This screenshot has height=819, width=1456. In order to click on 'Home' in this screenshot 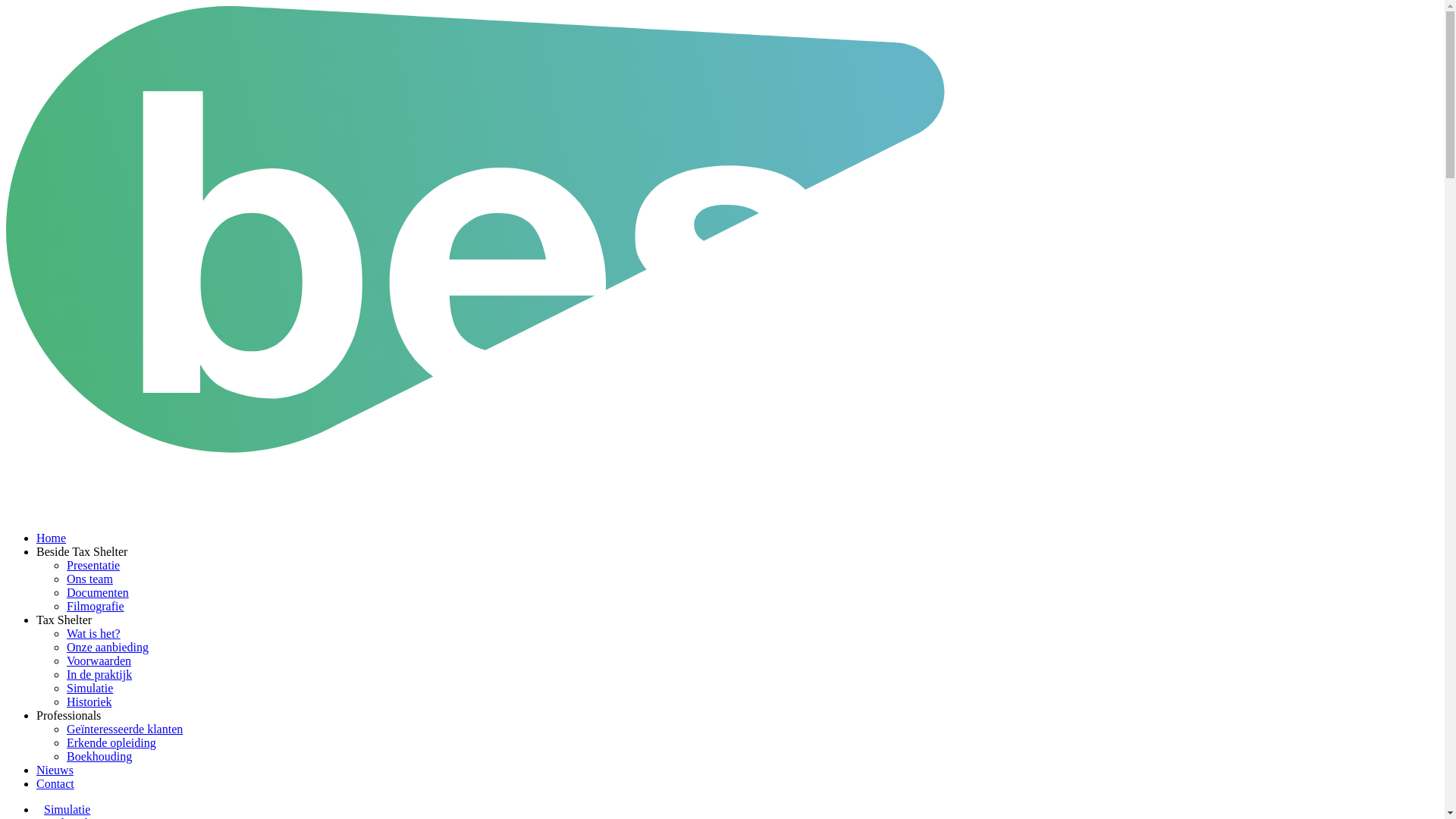, I will do `click(36, 537)`.